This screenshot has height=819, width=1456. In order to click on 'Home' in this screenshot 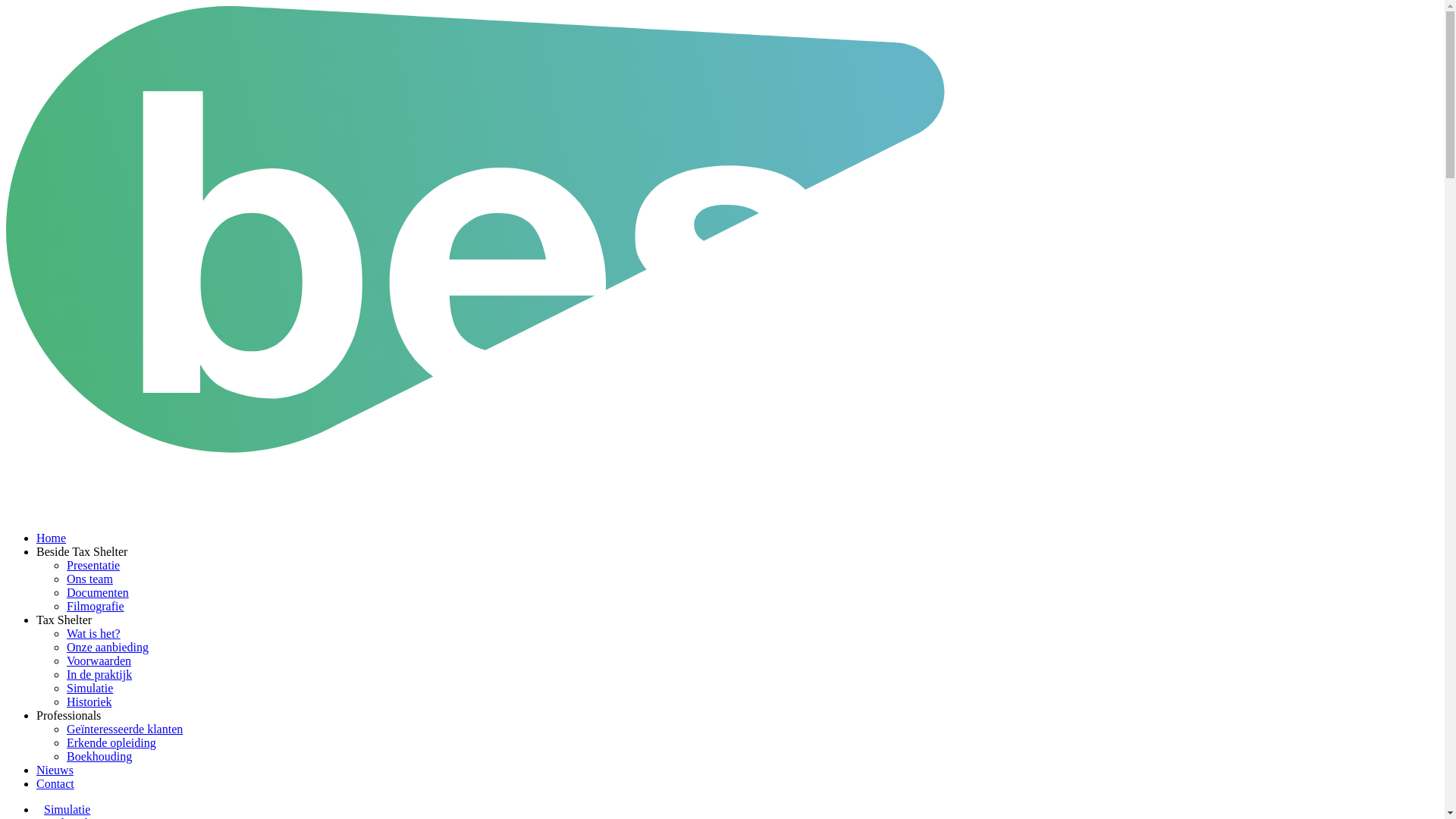, I will do `click(36, 537)`.